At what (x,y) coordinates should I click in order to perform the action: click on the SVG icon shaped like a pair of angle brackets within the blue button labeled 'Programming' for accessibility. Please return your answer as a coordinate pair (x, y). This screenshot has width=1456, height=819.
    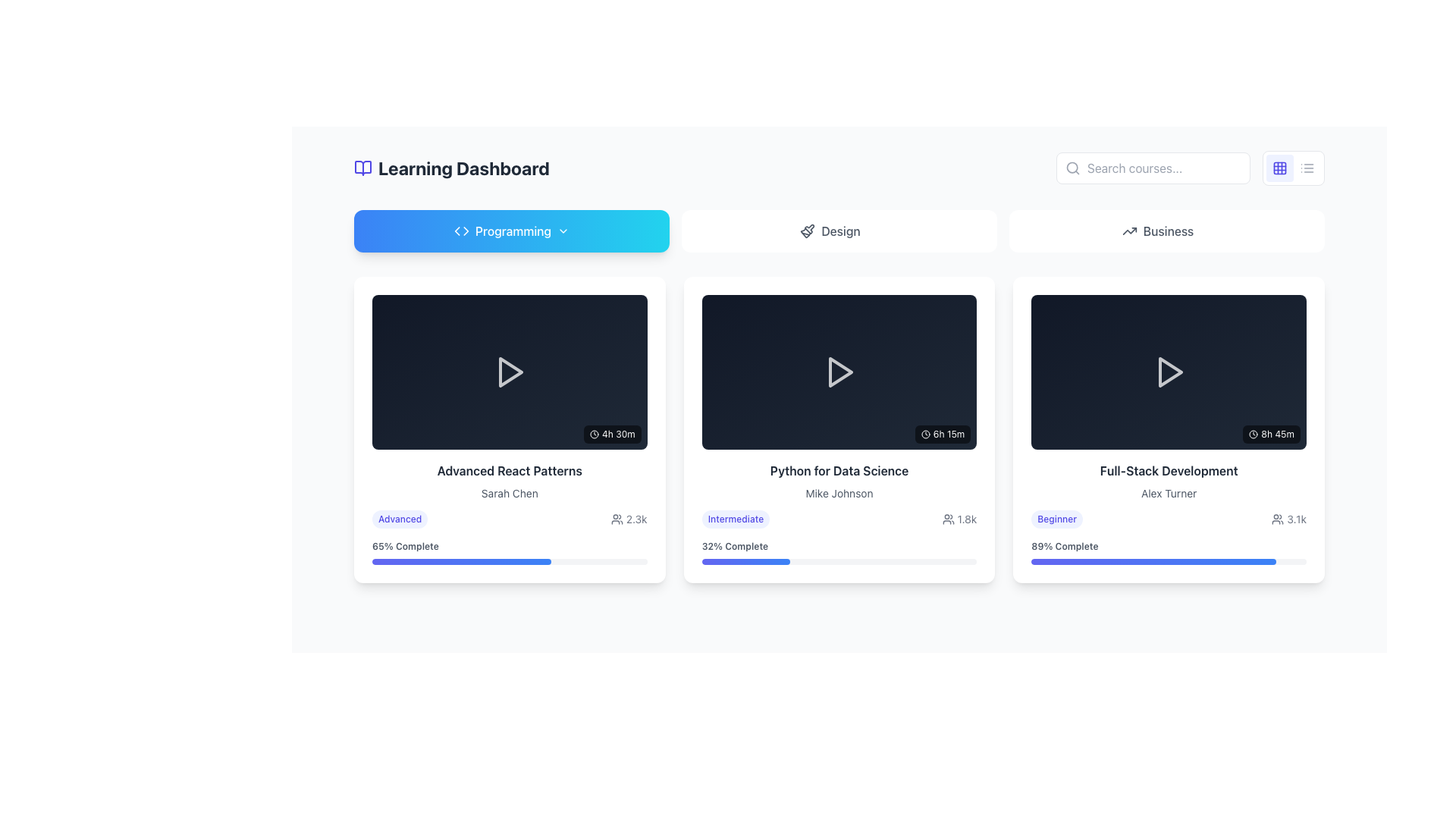
    Looking at the image, I should click on (460, 231).